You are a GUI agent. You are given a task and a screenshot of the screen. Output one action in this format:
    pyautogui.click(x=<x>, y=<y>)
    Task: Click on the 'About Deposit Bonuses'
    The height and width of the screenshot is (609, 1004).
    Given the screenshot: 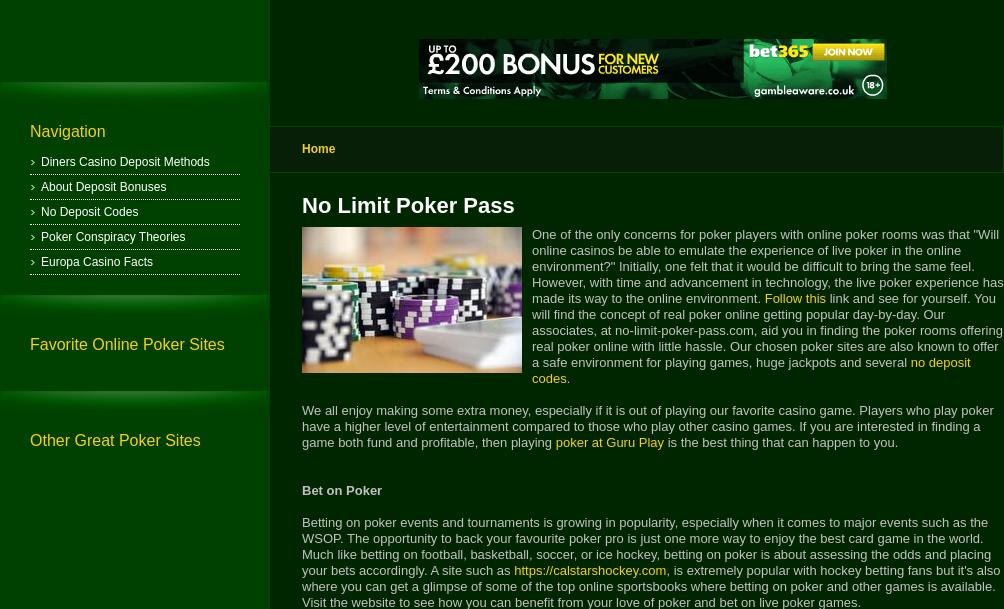 What is the action you would take?
    pyautogui.click(x=40, y=187)
    